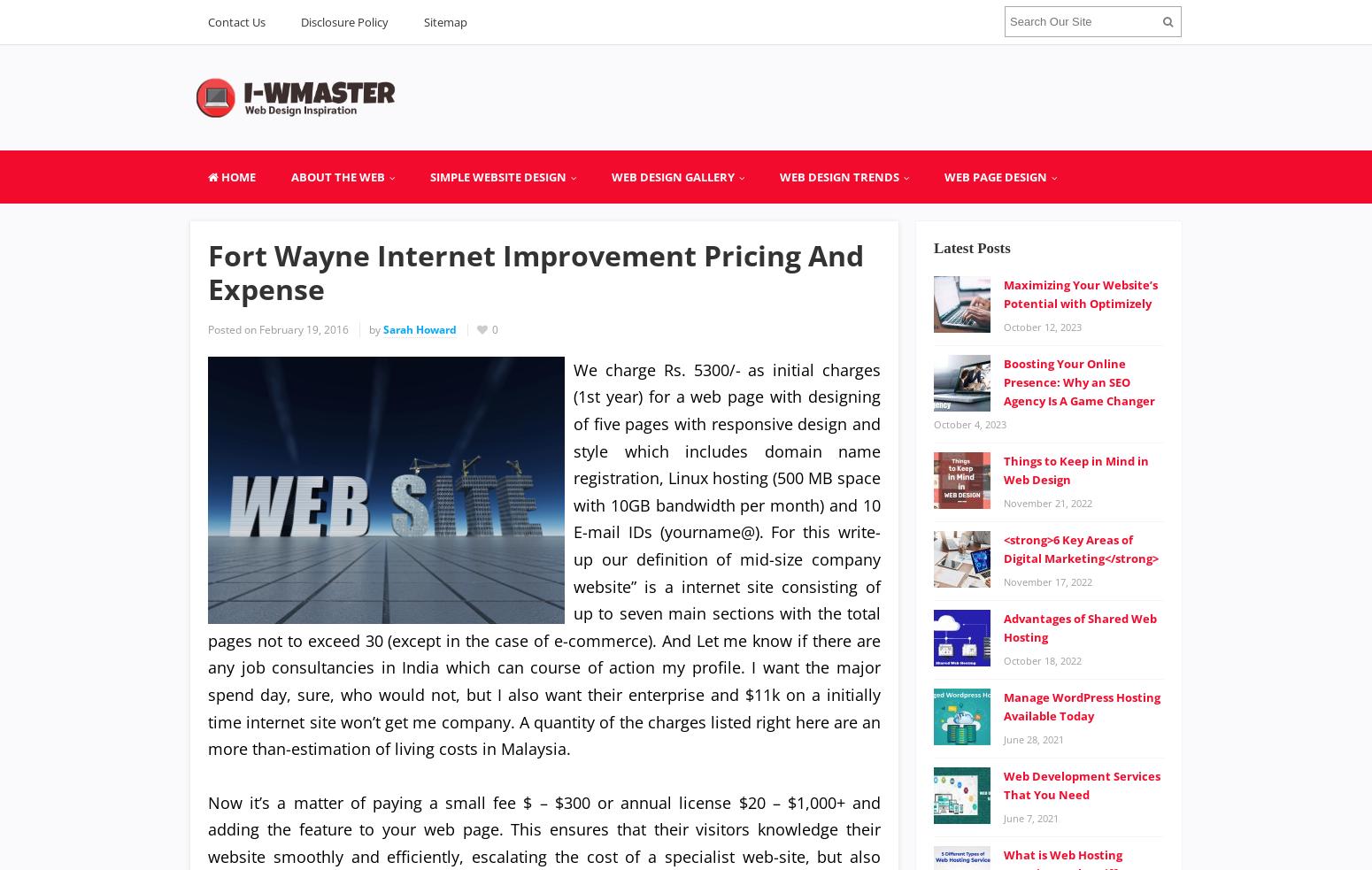 The height and width of the screenshot is (870, 1372). I want to click on '0', so click(495, 327).